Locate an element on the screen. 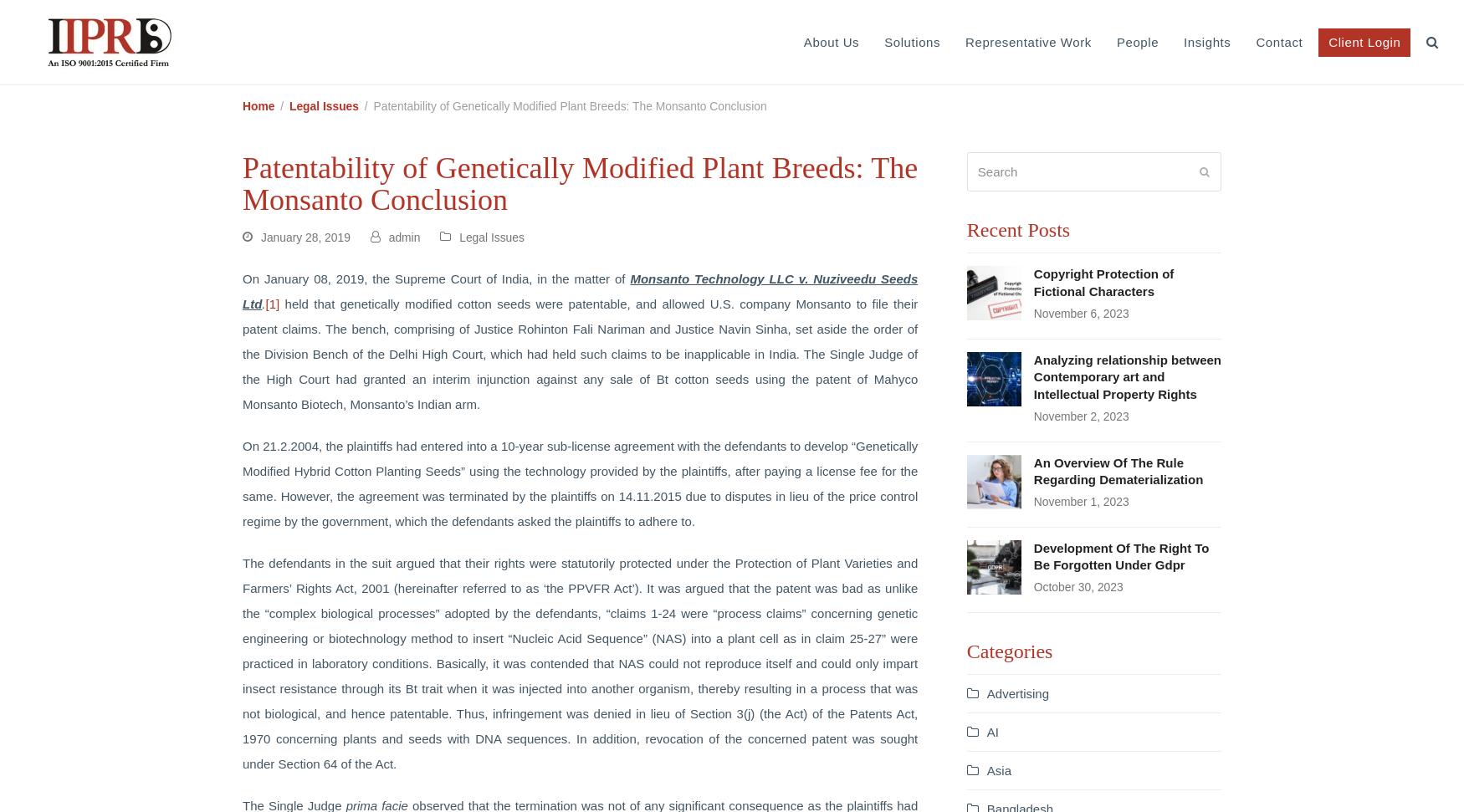  'On 21.2.2004, the plaintiffs had entered into a 10-year sub-license agreement with the defendants to develop “Genetically Modified Hybrid Cotton Planting Seeds” using the technology provided by the plaintiffs, after paying a license fee for the same. However, the agreement was terminated by the plaintiffs on 14.11.2015 due to disputes in lieu of the price control regime by the government, which the defendants asked the plaintiffs to adhere to.' is located at coordinates (580, 483).